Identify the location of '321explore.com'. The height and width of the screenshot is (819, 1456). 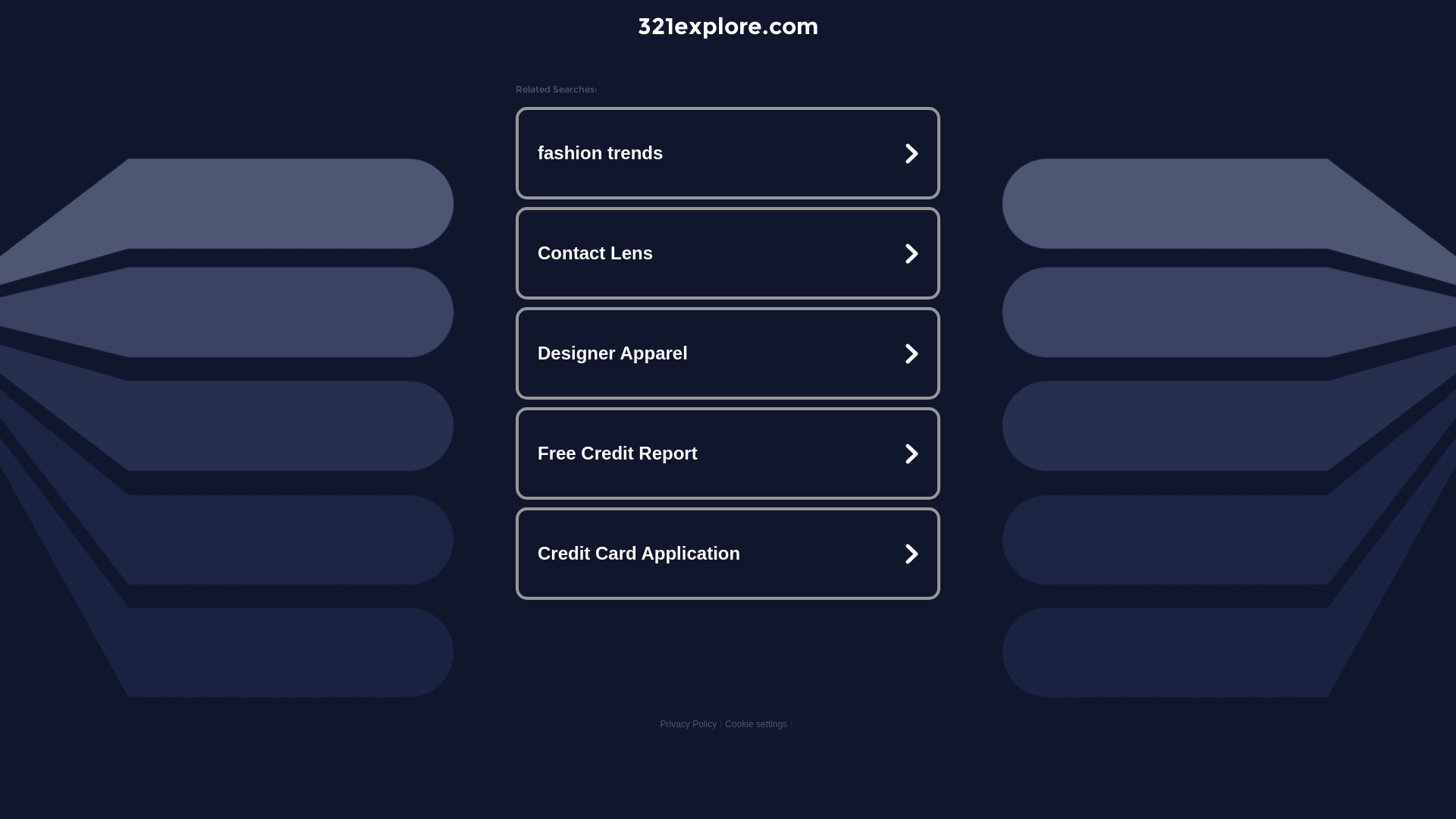
(728, 26).